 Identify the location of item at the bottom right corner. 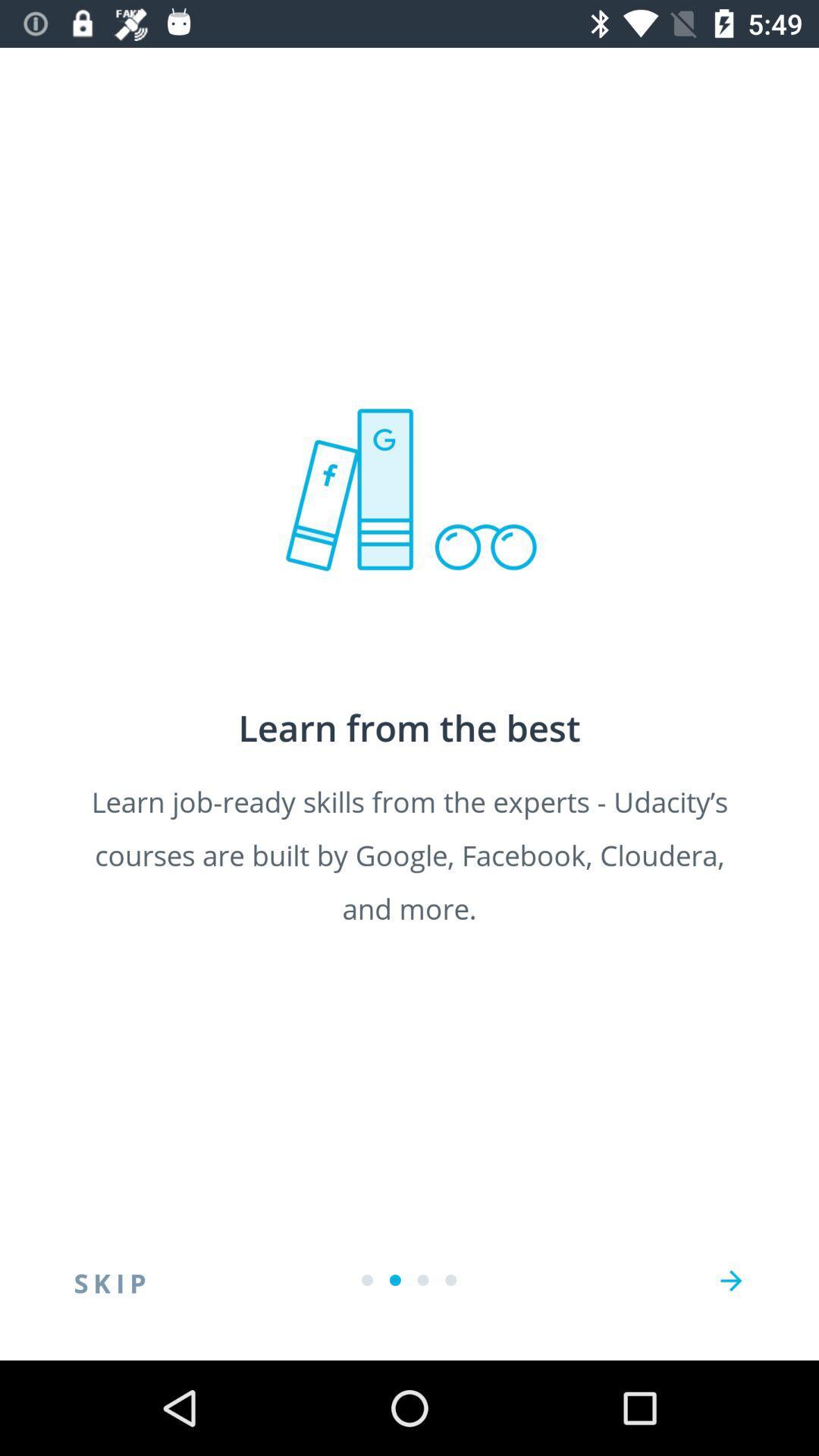
(730, 1280).